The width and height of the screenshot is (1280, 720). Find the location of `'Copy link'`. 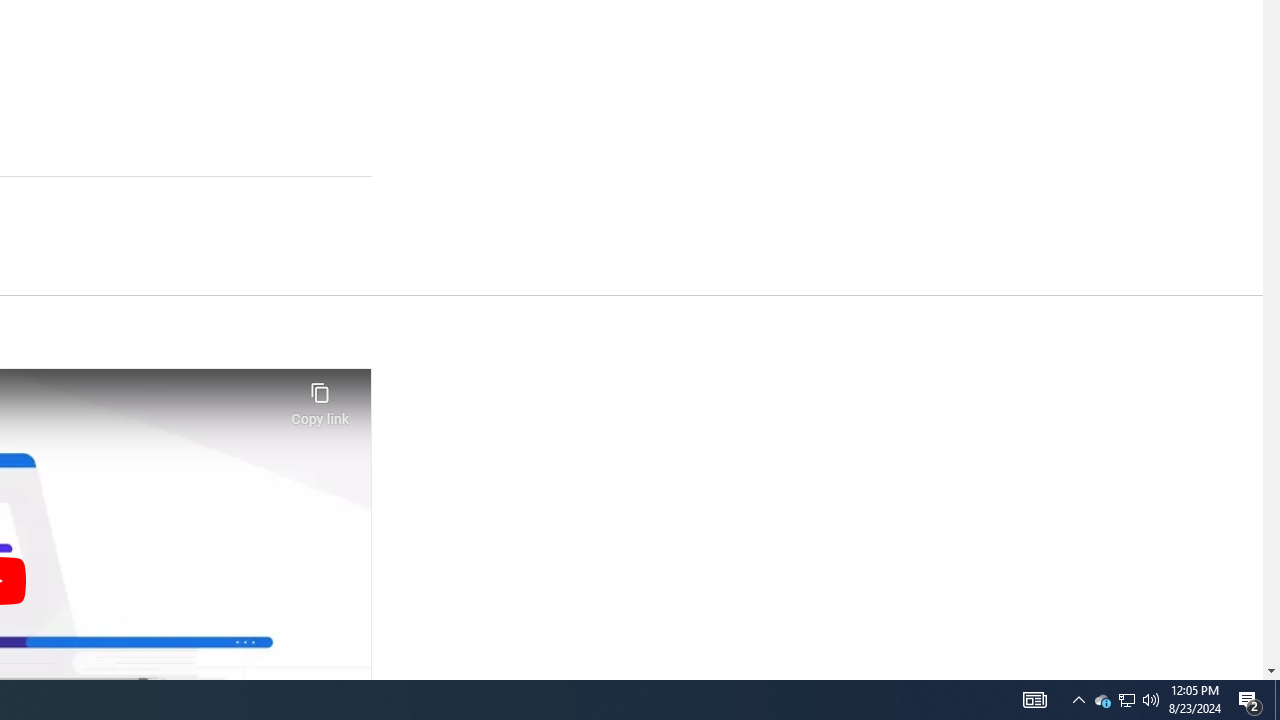

'Copy link' is located at coordinates (320, 398).